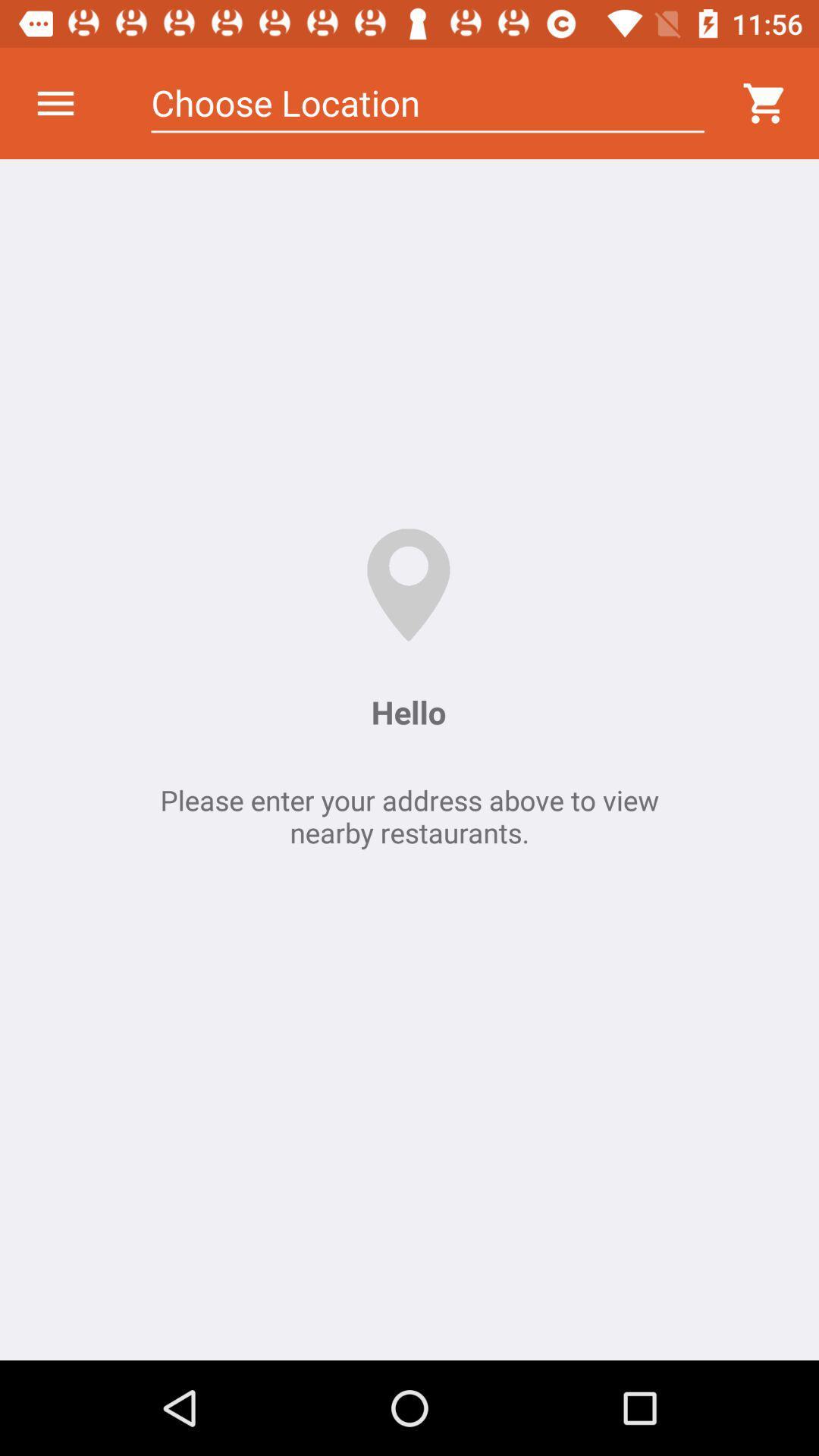 The width and height of the screenshot is (819, 1456). What do you see at coordinates (55, 102) in the screenshot?
I see `icon next to choose location icon` at bounding box center [55, 102].